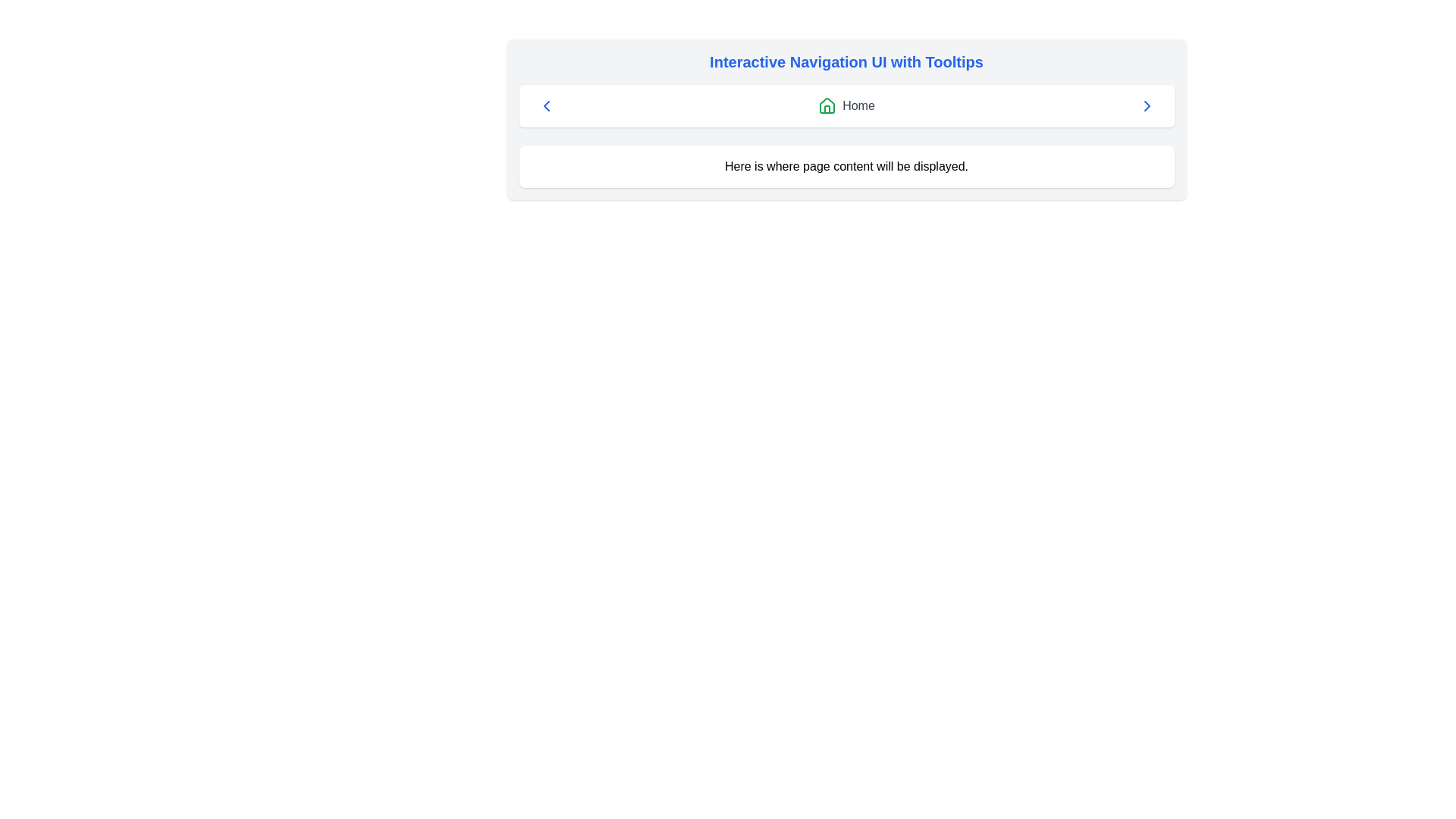  I want to click on the left-pointing chevron icon with a blue outline located in the navigation section at the top of the interface, so click(546, 105).